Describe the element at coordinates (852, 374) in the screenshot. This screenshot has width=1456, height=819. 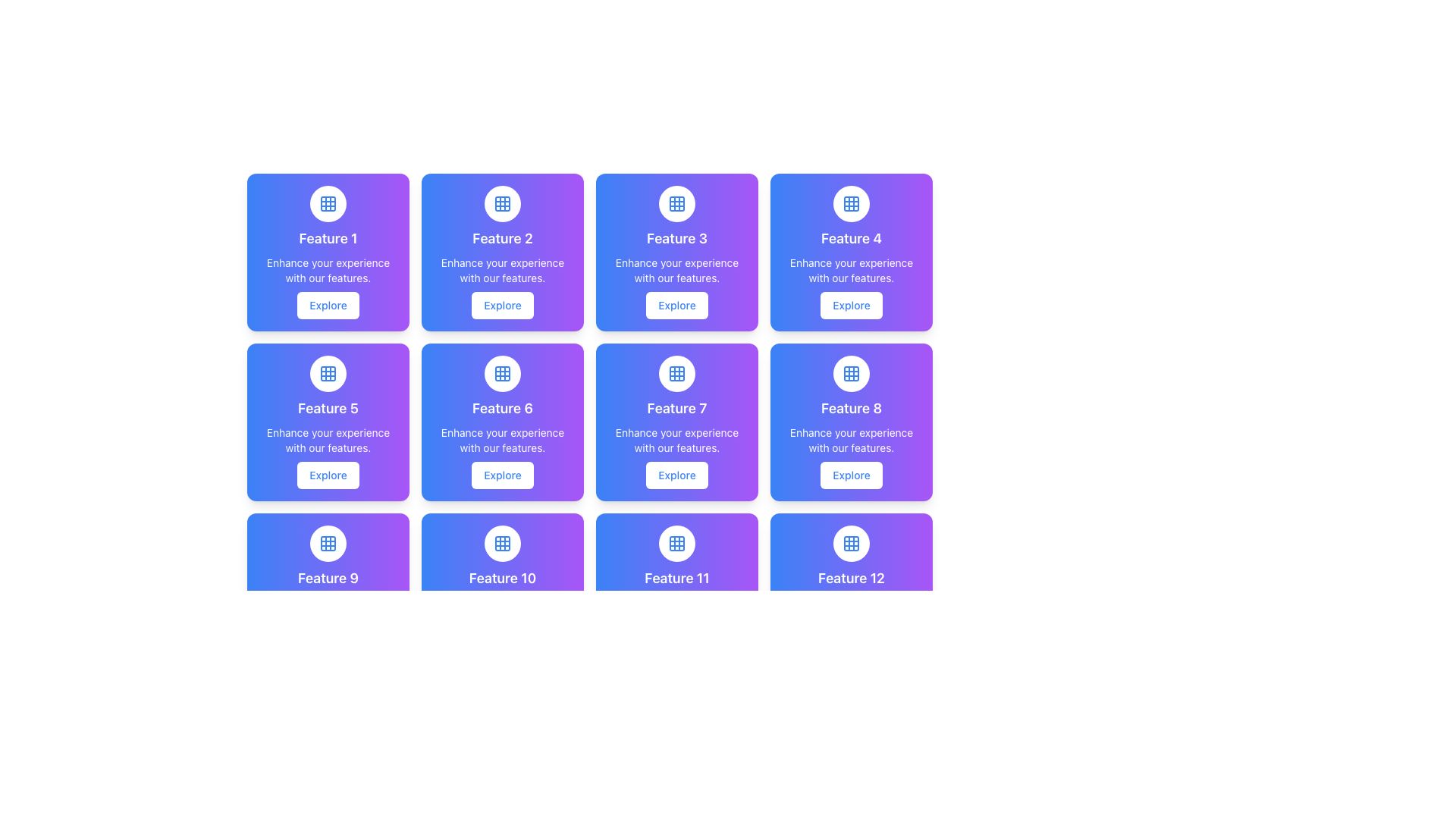
I see `the blue grid icon located at the top center of the 'Feature 8' card in the second row, fourth column of the layout` at that location.